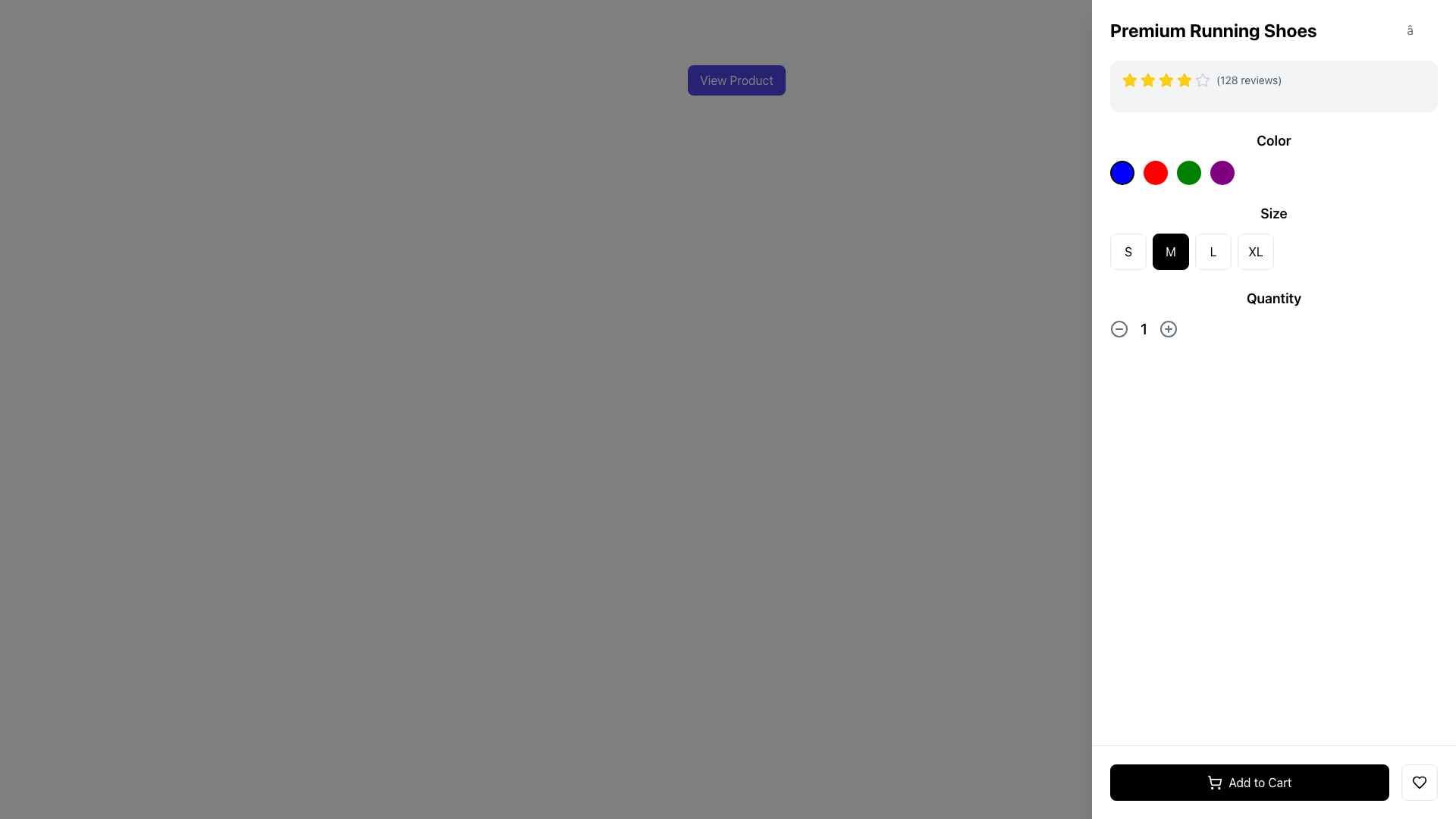 Image resolution: width=1456 pixels, height=819 pixels. What do you see at coordinates (1188, 171) in the screenshot?
I see `the third circular button in a row of four, which functions as a green color selection marker` at bounding box center [1188, 171].